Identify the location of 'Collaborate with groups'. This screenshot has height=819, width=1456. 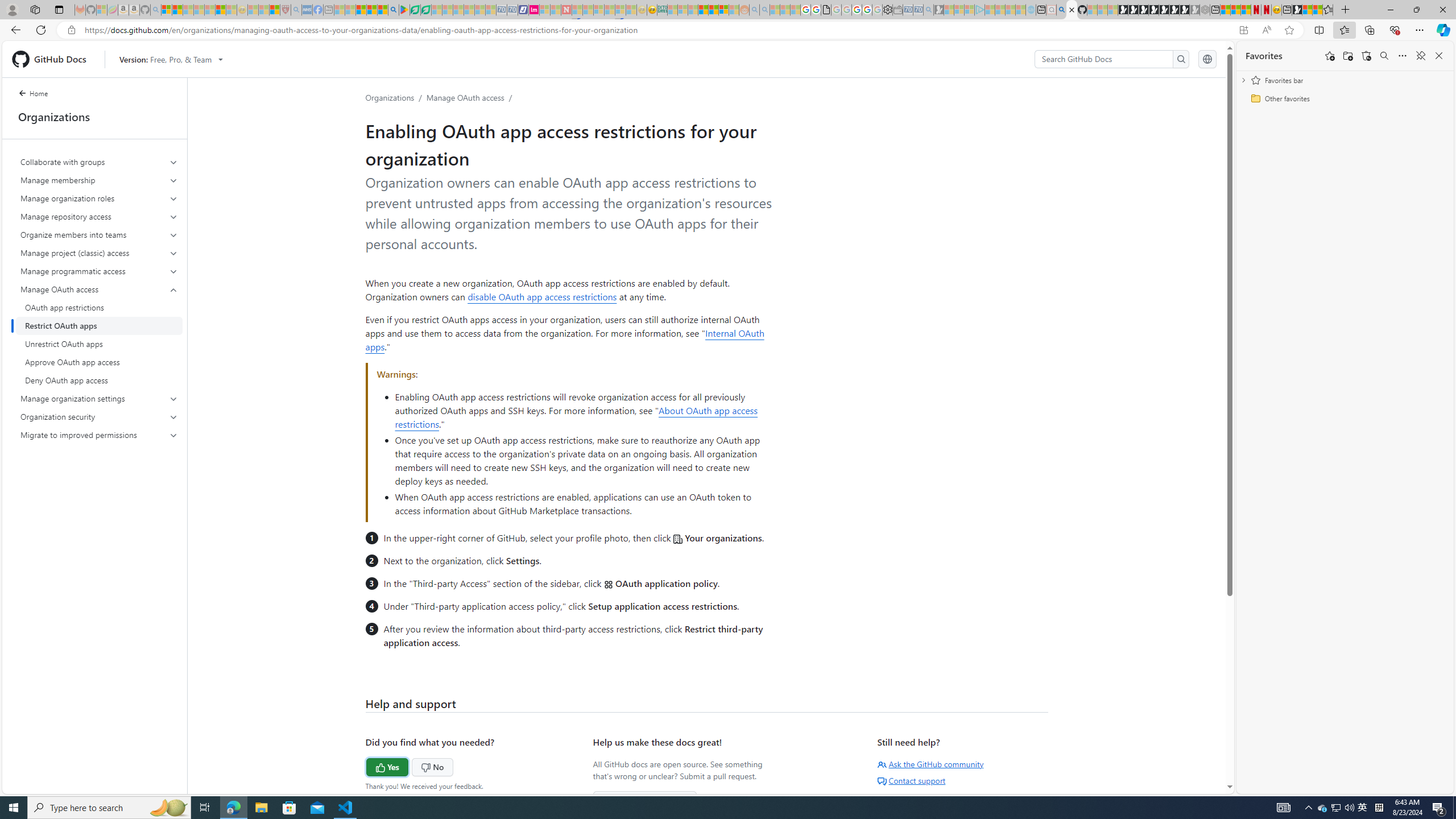
(100, 162).